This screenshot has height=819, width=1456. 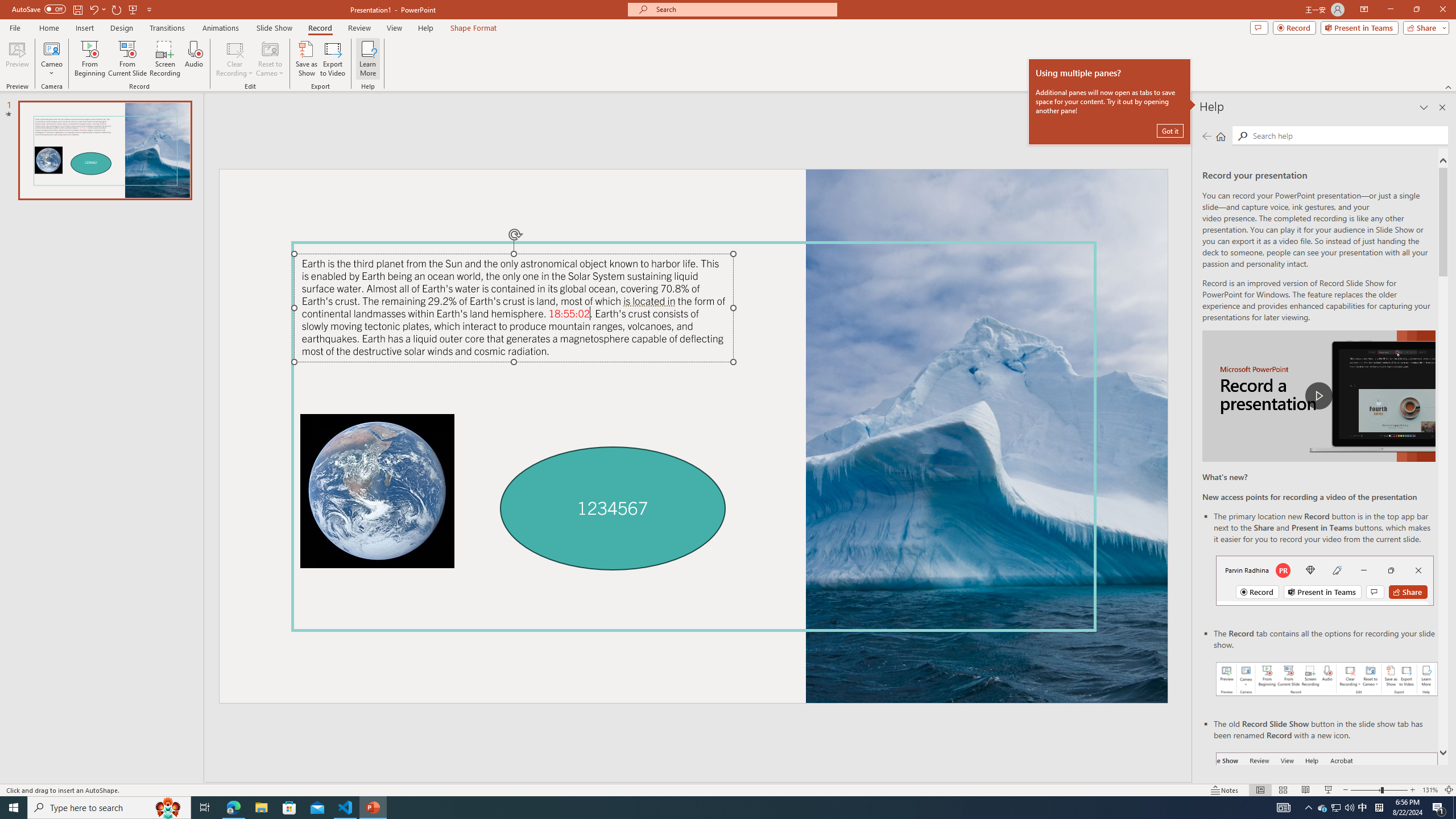 What do you see at coordinates (127, 59) in the screenshot?
I see `'From Current Slide...'` at bounding box center [127, 59].